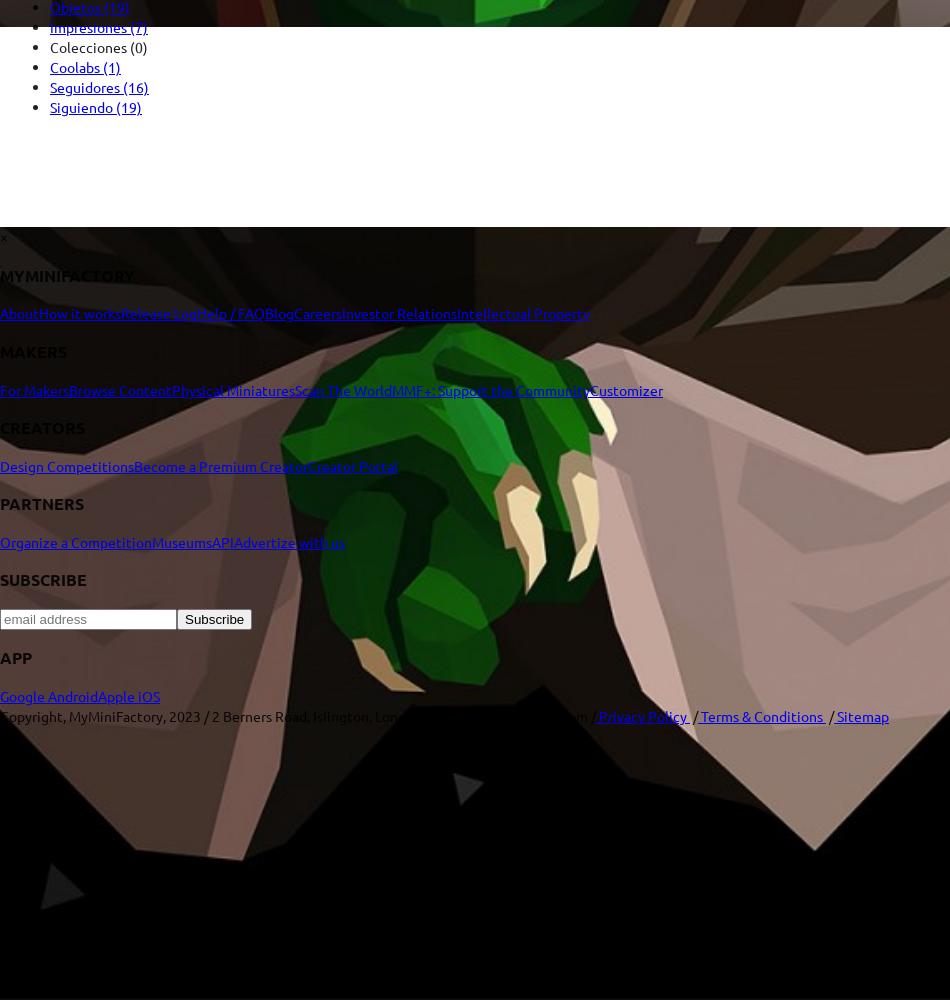  I want to click on 'Help / FAQ', so click(197, 312).